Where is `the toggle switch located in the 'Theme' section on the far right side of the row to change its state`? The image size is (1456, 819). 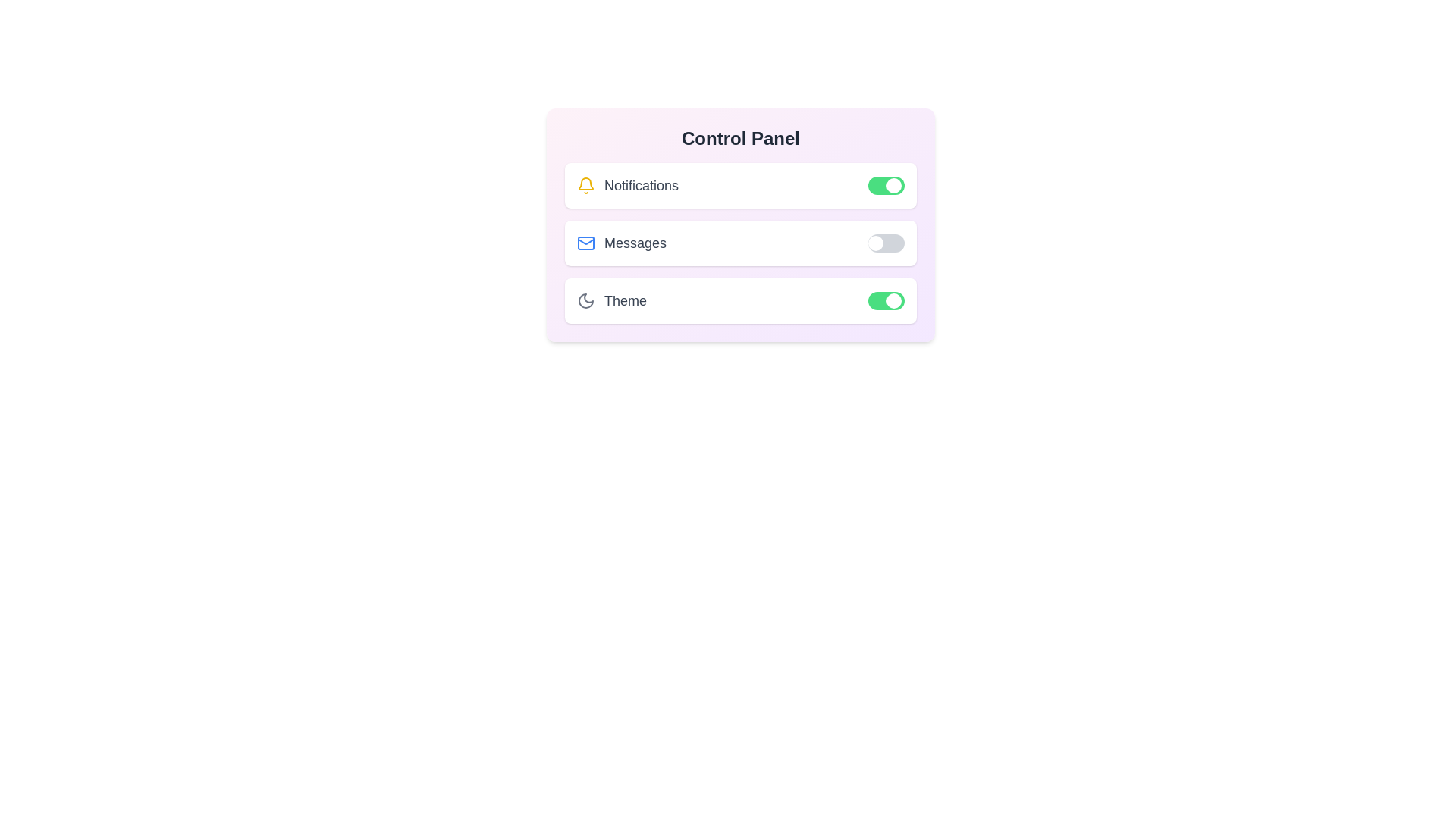 the toggle switch located in the 'Theme' section on the far right side of the row to change its state is located at coordinates (886, 301).